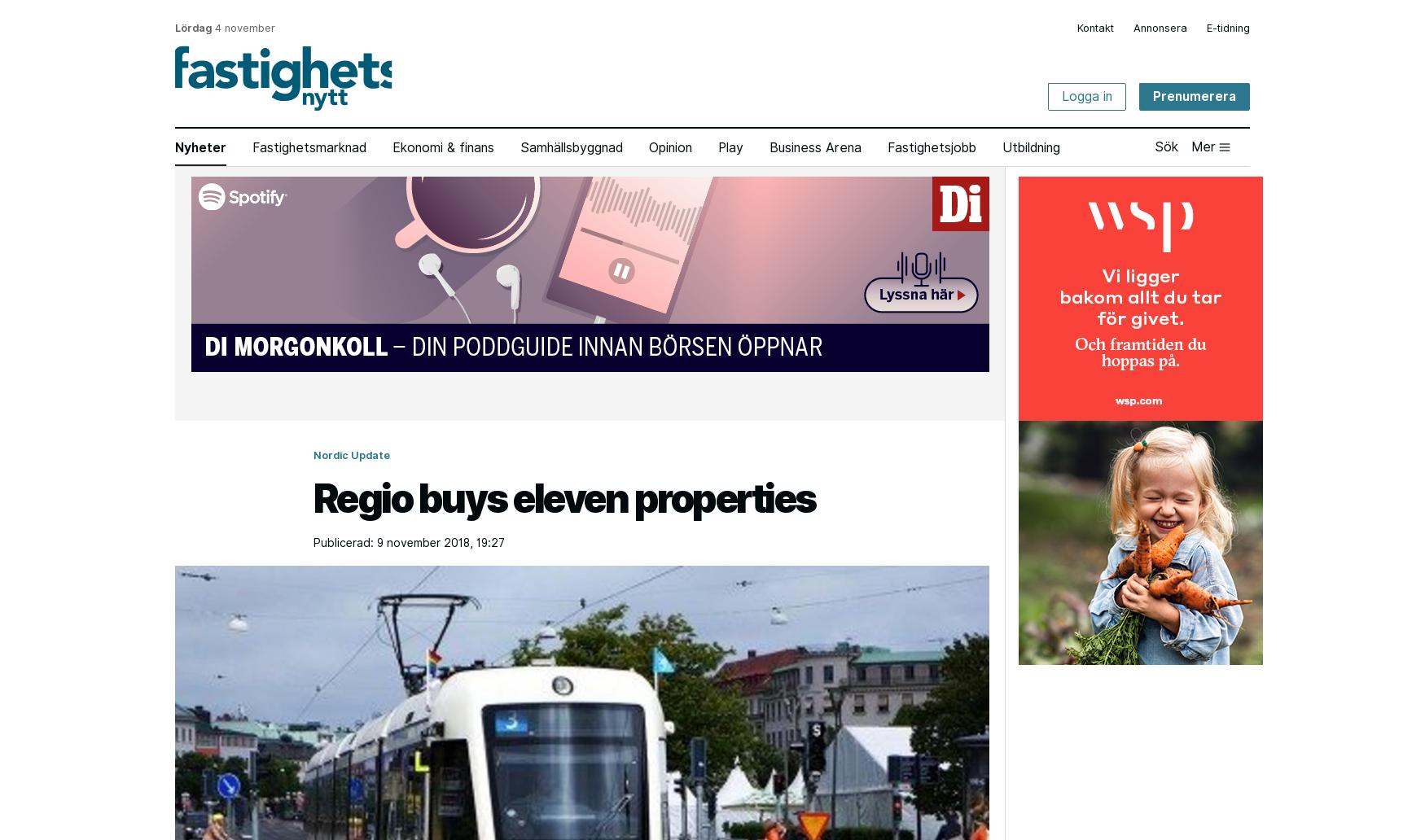  Describe the element at coordinates (350, 455) in the screenshot. I see `'Nordic Update'` at that location.